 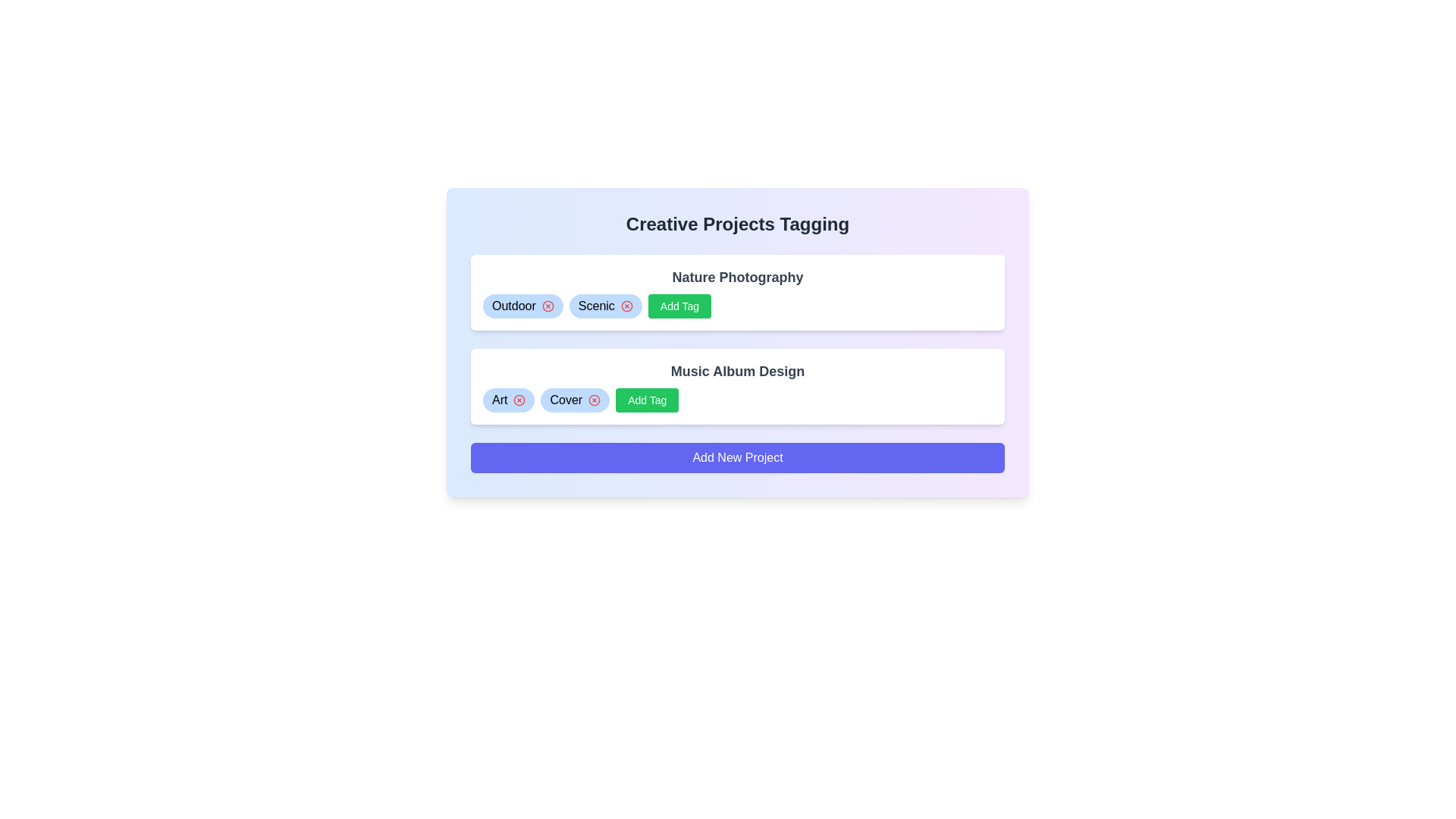 What do you see at coordinates (626, 306) in the screenshot?
I see `the red circular icon button with a cross (X) symbol` at bounding box center [626, 306].